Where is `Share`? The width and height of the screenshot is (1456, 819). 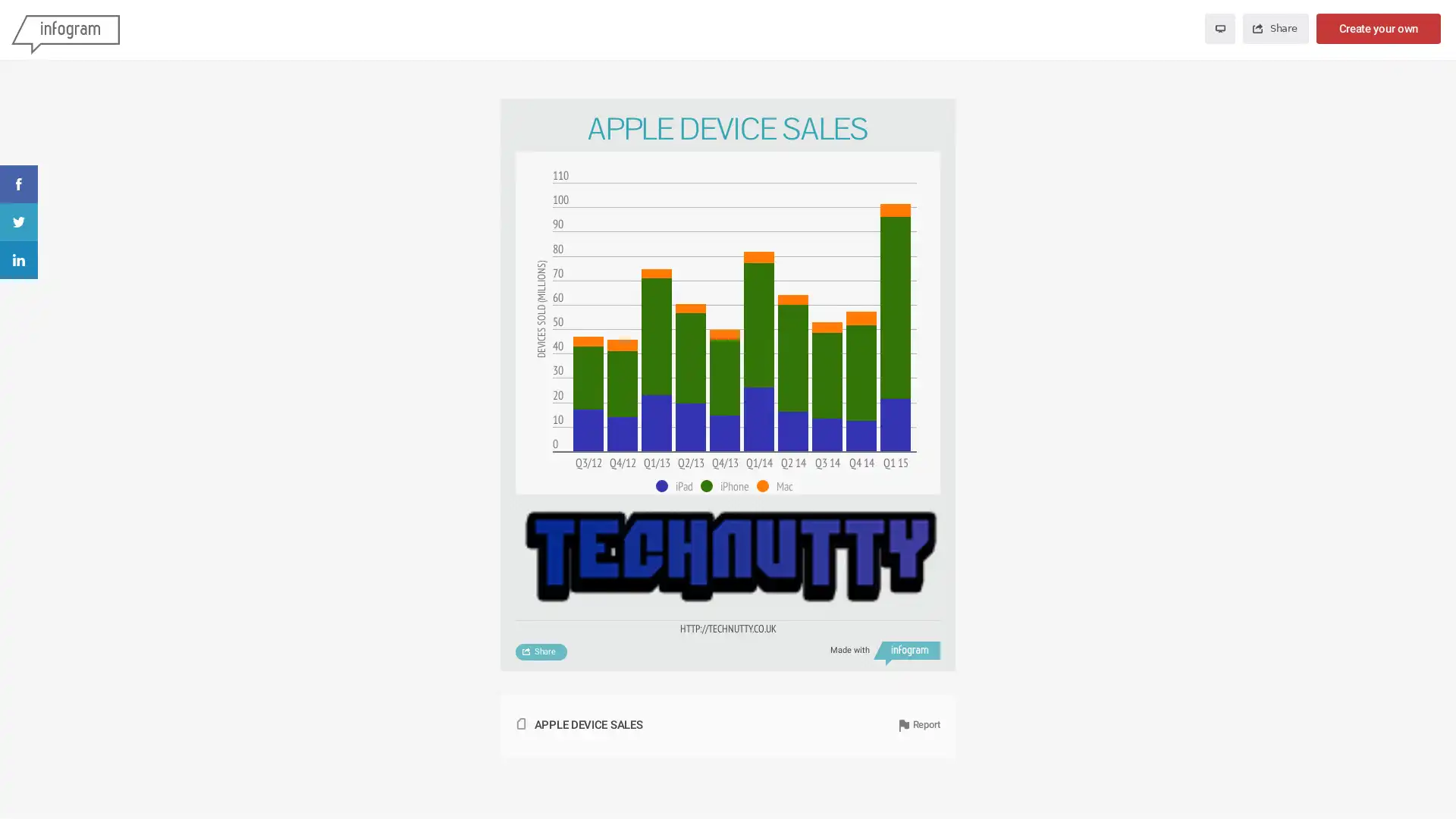
Share is located at coordinates (541, 651).